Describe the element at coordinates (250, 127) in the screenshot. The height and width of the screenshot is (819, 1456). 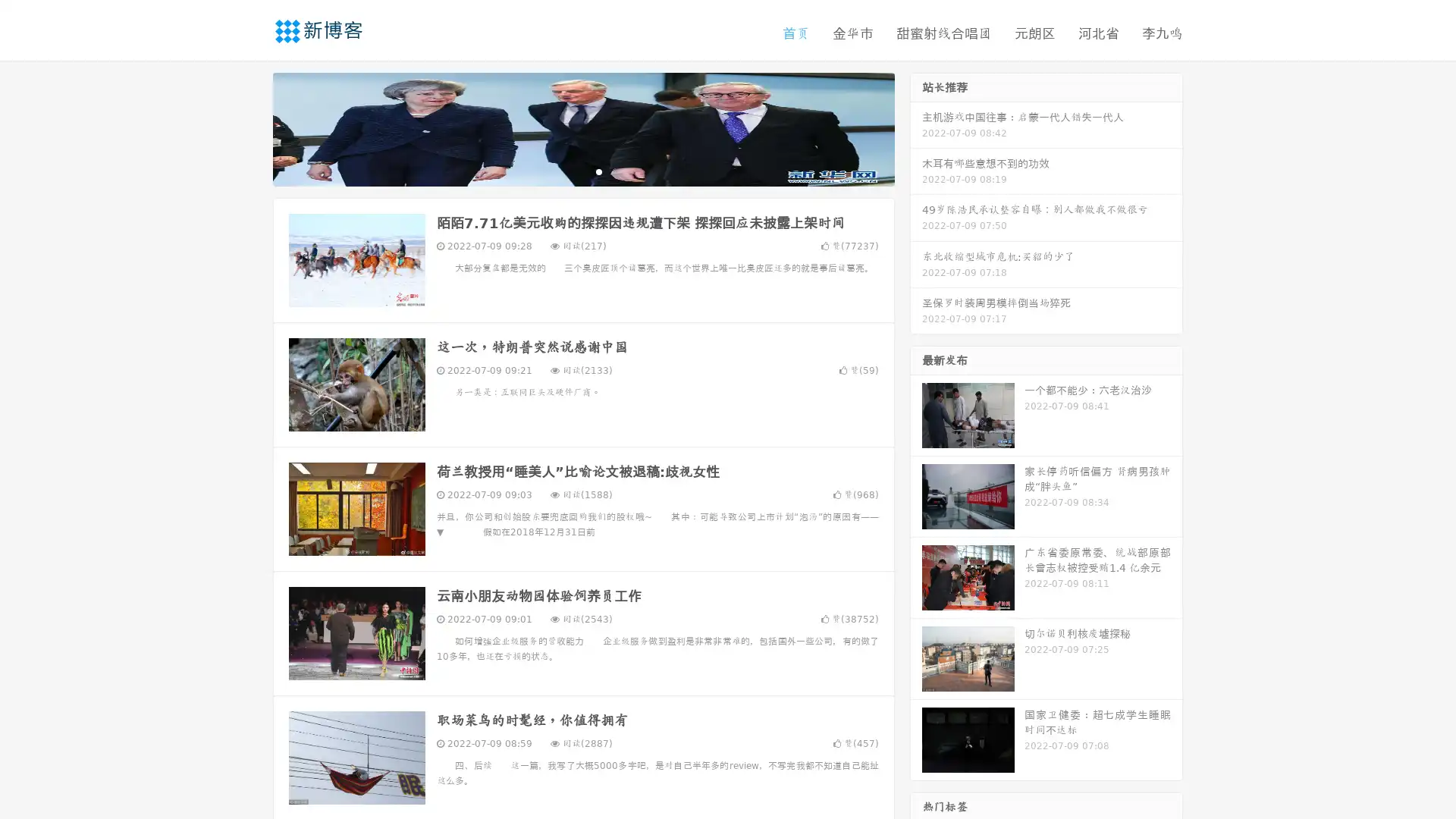
I see `Previous slide` at that location.